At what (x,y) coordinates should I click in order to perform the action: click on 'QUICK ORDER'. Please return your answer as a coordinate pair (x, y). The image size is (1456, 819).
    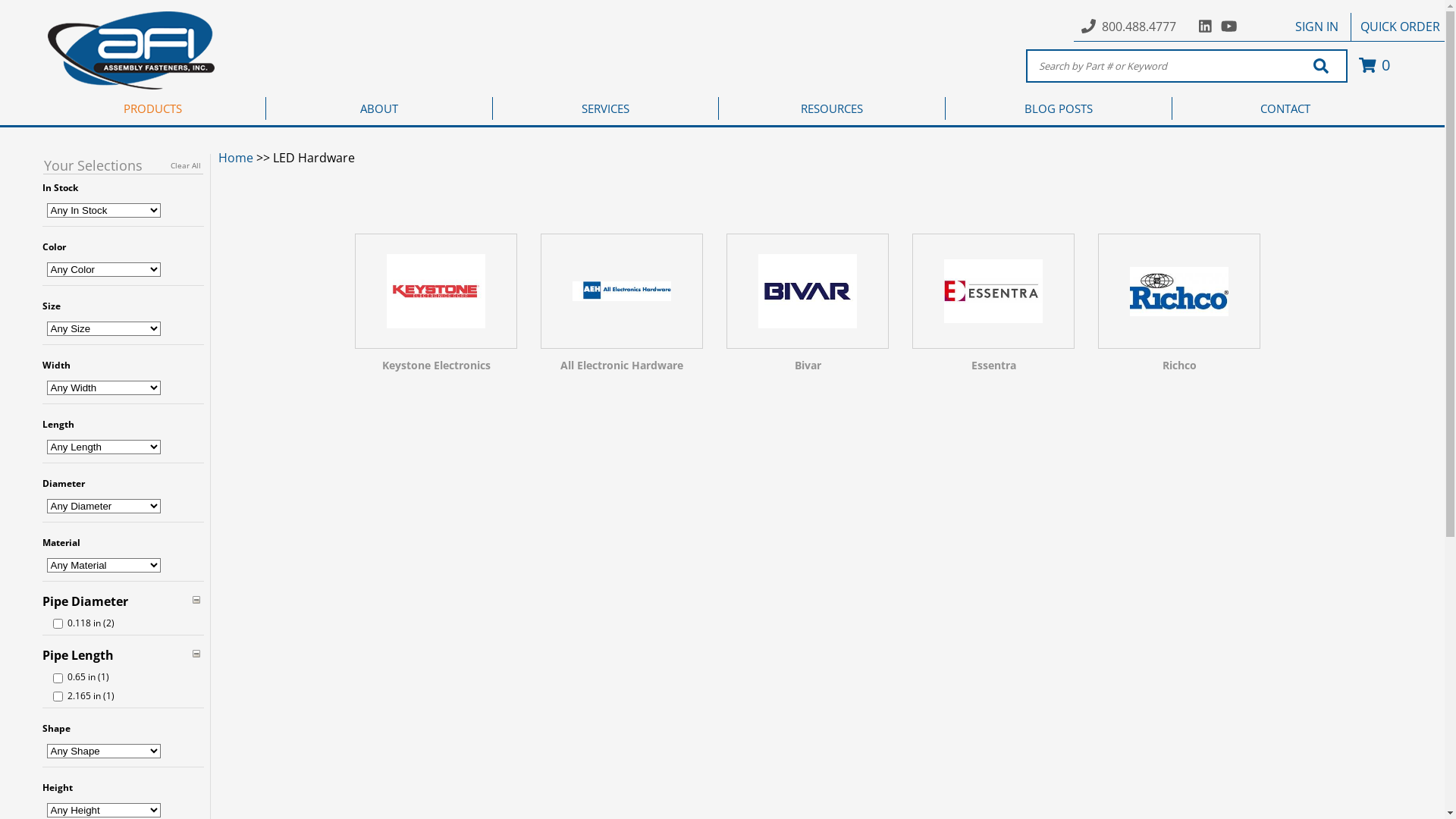
    Looking at the image, I should click on (1399, 26).